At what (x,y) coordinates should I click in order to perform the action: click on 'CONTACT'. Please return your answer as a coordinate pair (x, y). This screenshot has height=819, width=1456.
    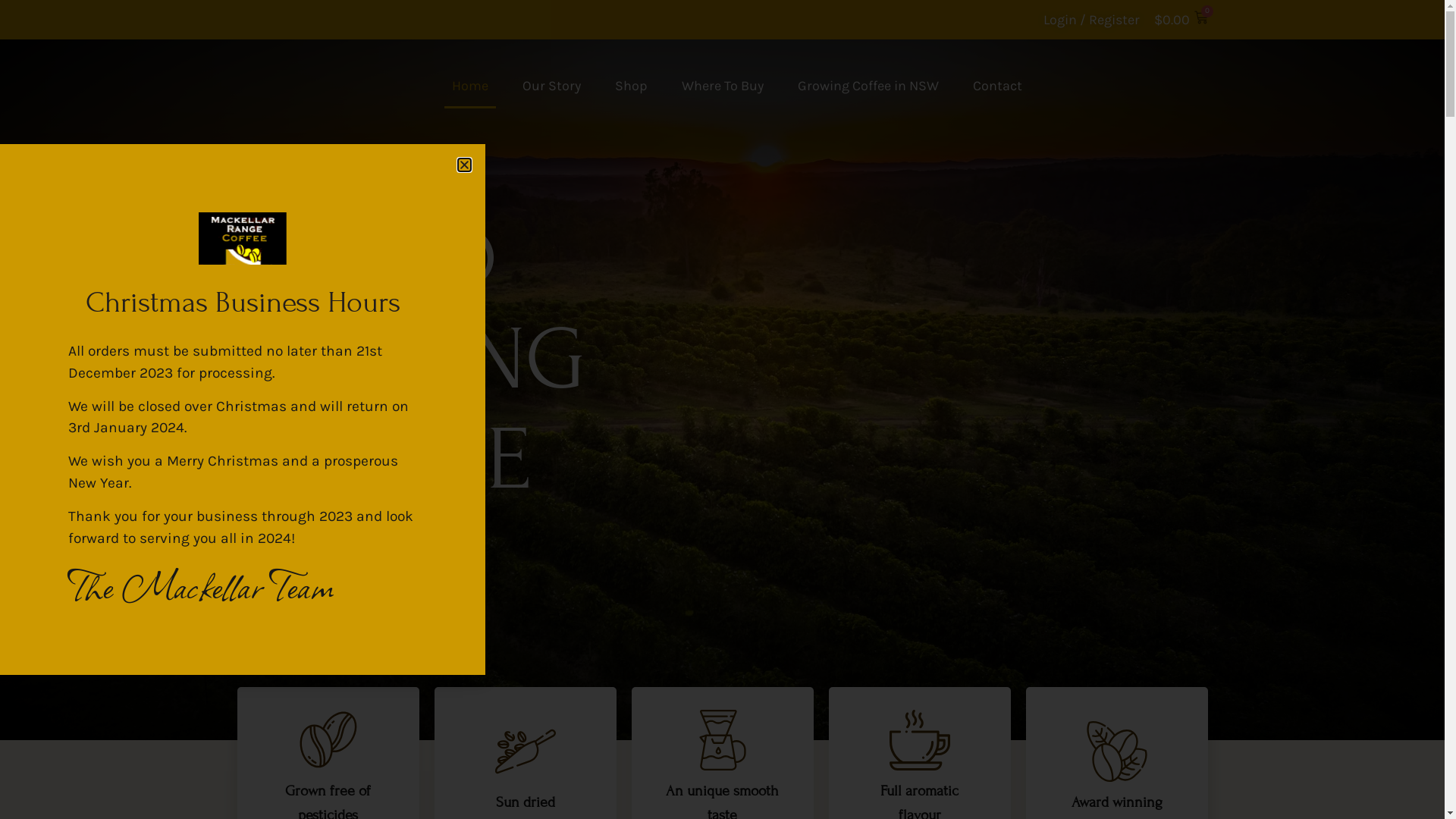
    Looking at the image, I should click on (1059, 86).